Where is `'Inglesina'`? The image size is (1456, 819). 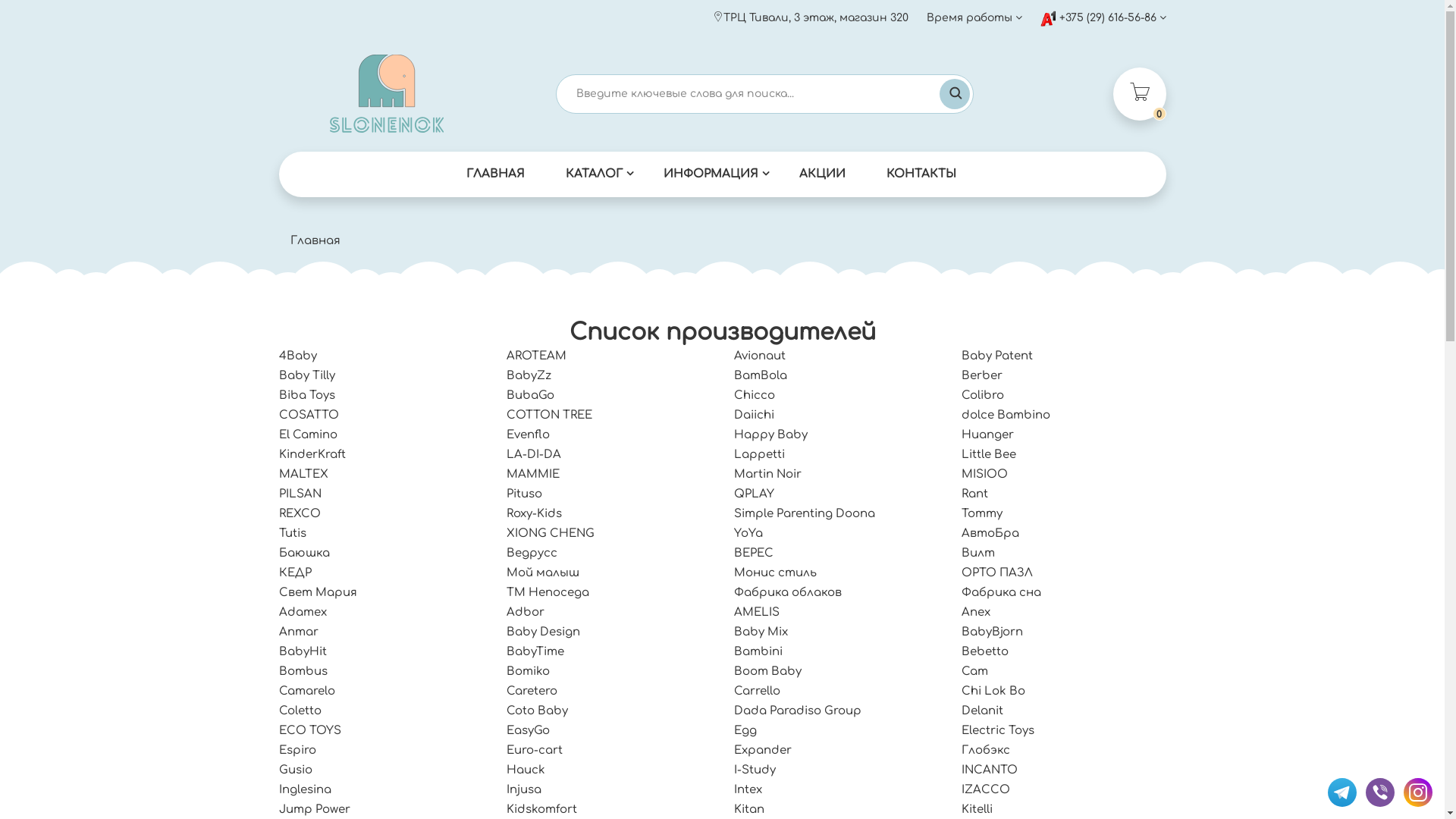 'Inglesina' is located at coordinates (304, 789).